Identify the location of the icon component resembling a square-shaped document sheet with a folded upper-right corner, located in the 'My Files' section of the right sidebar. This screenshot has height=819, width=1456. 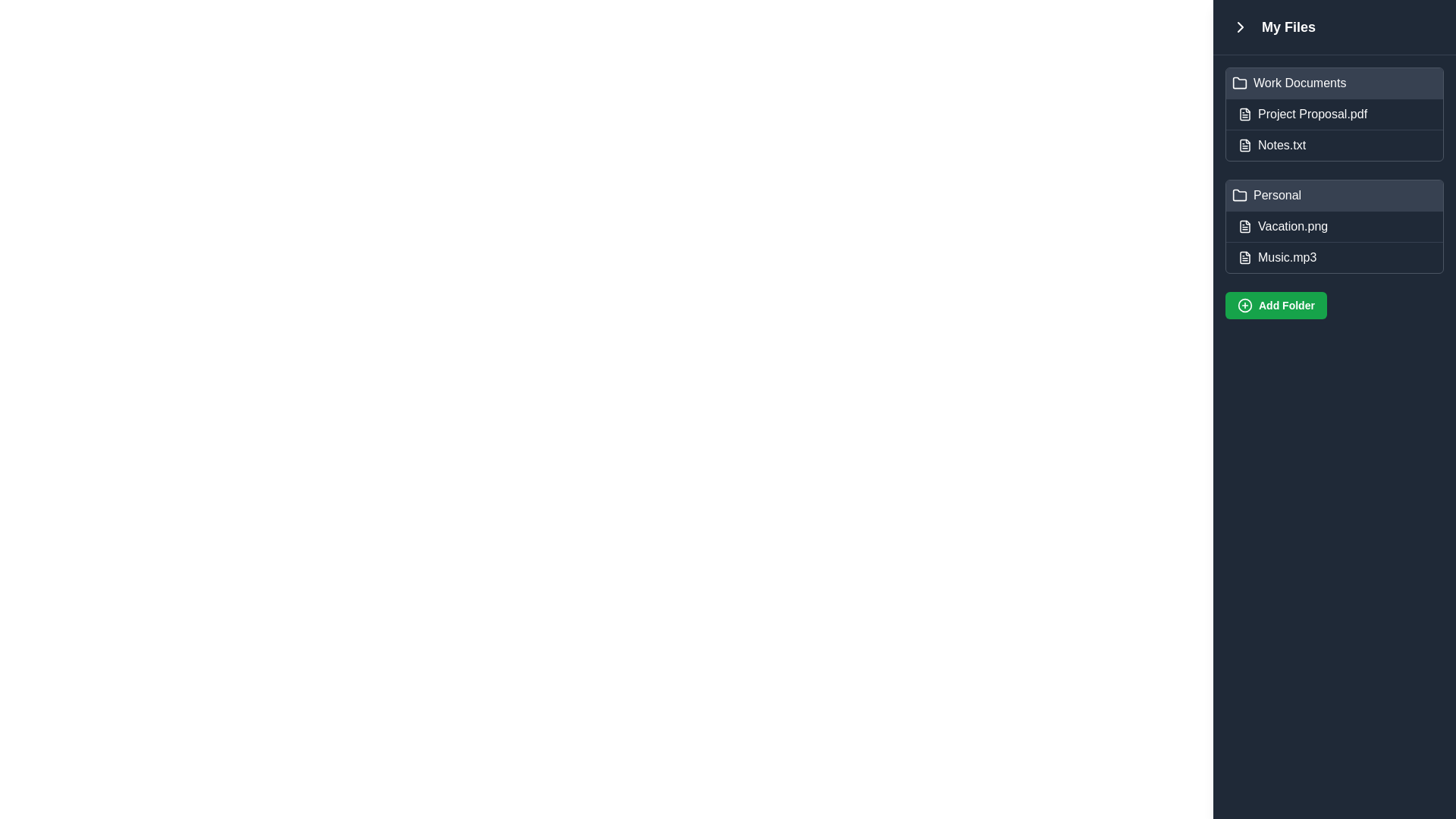
(1244, 113).